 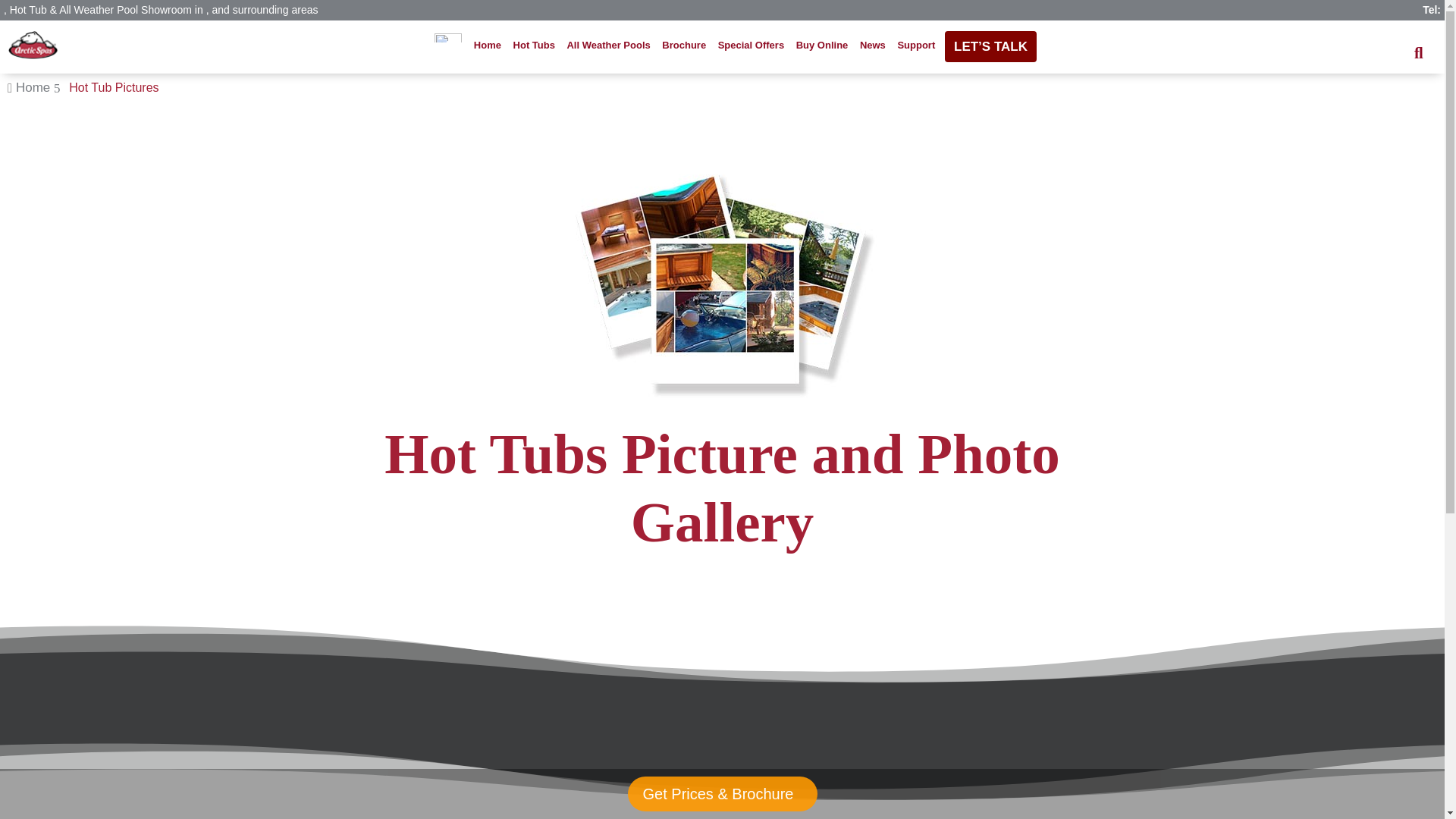 I want to click on 'Get Prices & Brochure', so click(x=720, y=792).